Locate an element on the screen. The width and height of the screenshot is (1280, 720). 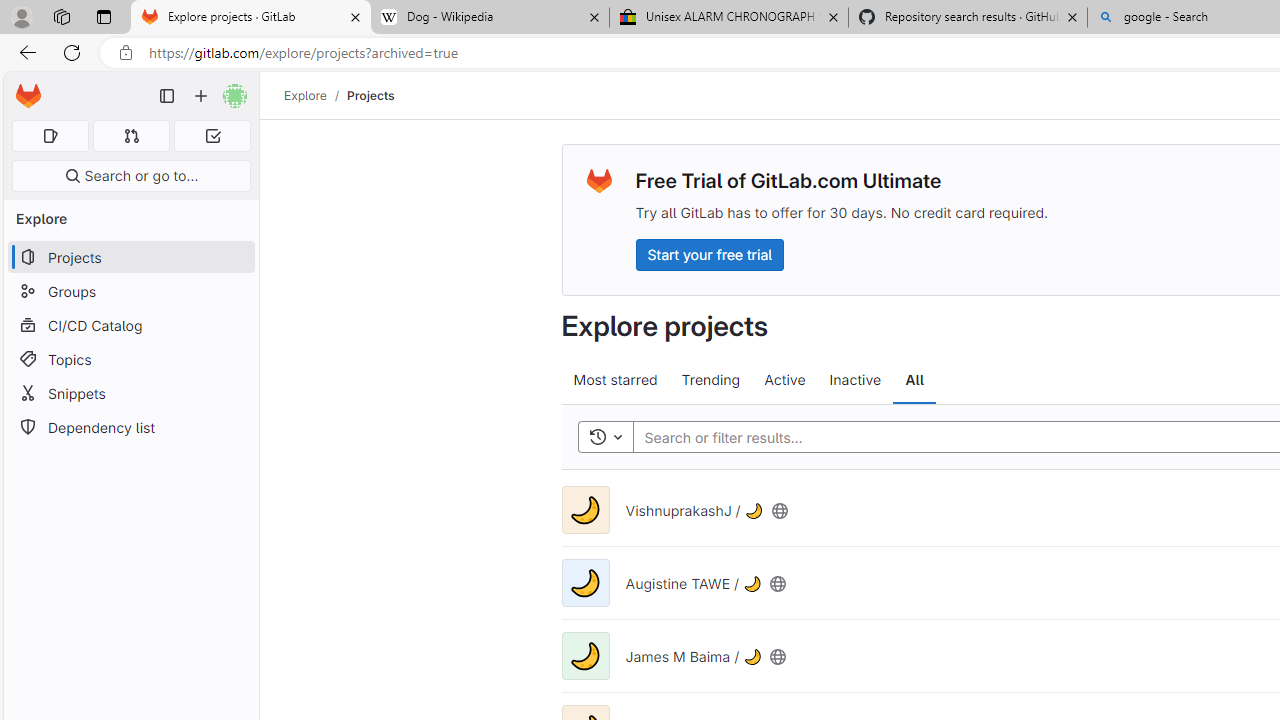
'Create new...' is located at coordinates (201, 96).